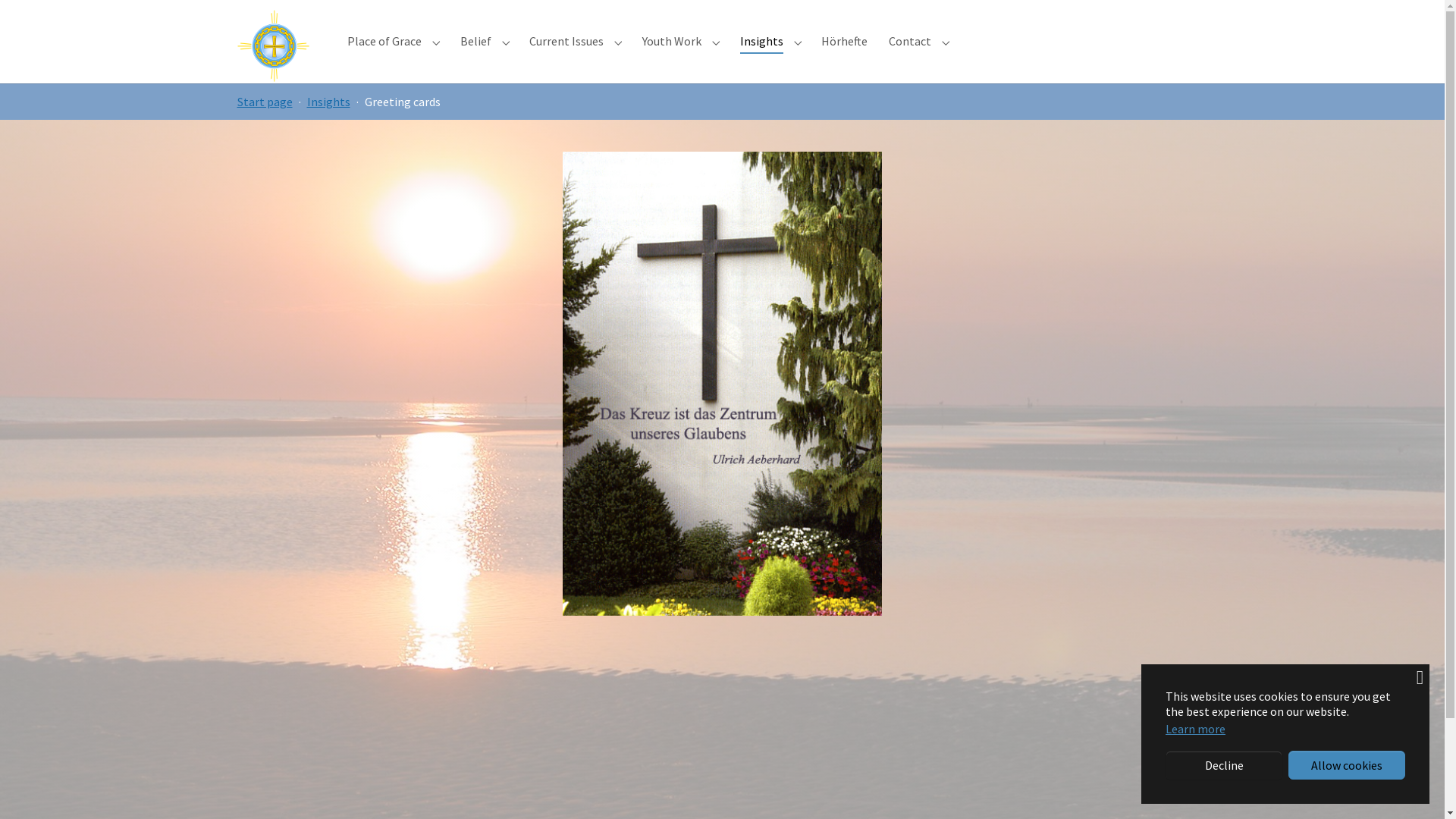  Describe the element at coordinates (264, 102) in the screenshot. I see `'Start page'` at that location.